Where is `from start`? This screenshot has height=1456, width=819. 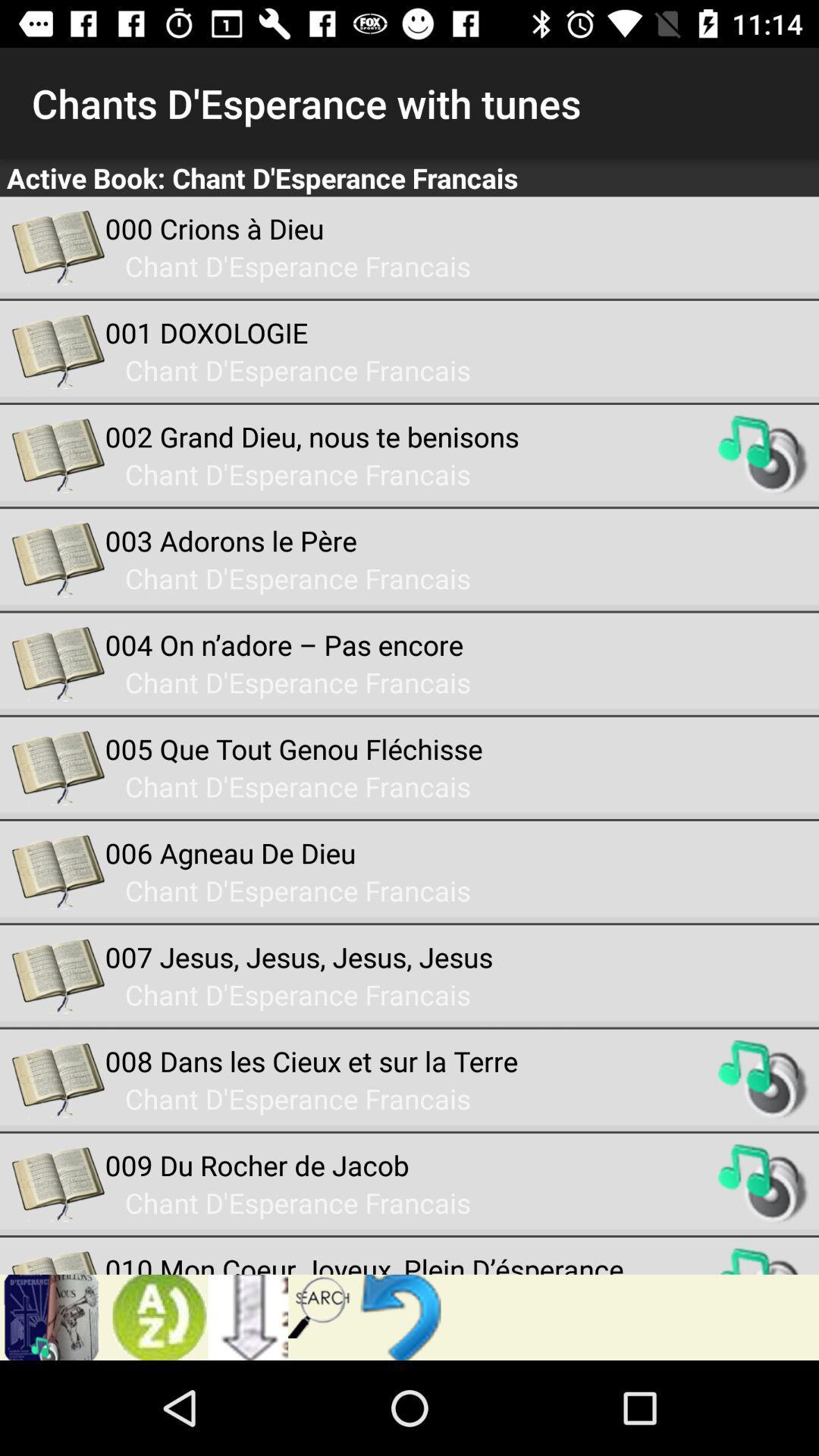 from start is located at coordinates (403, 1316).